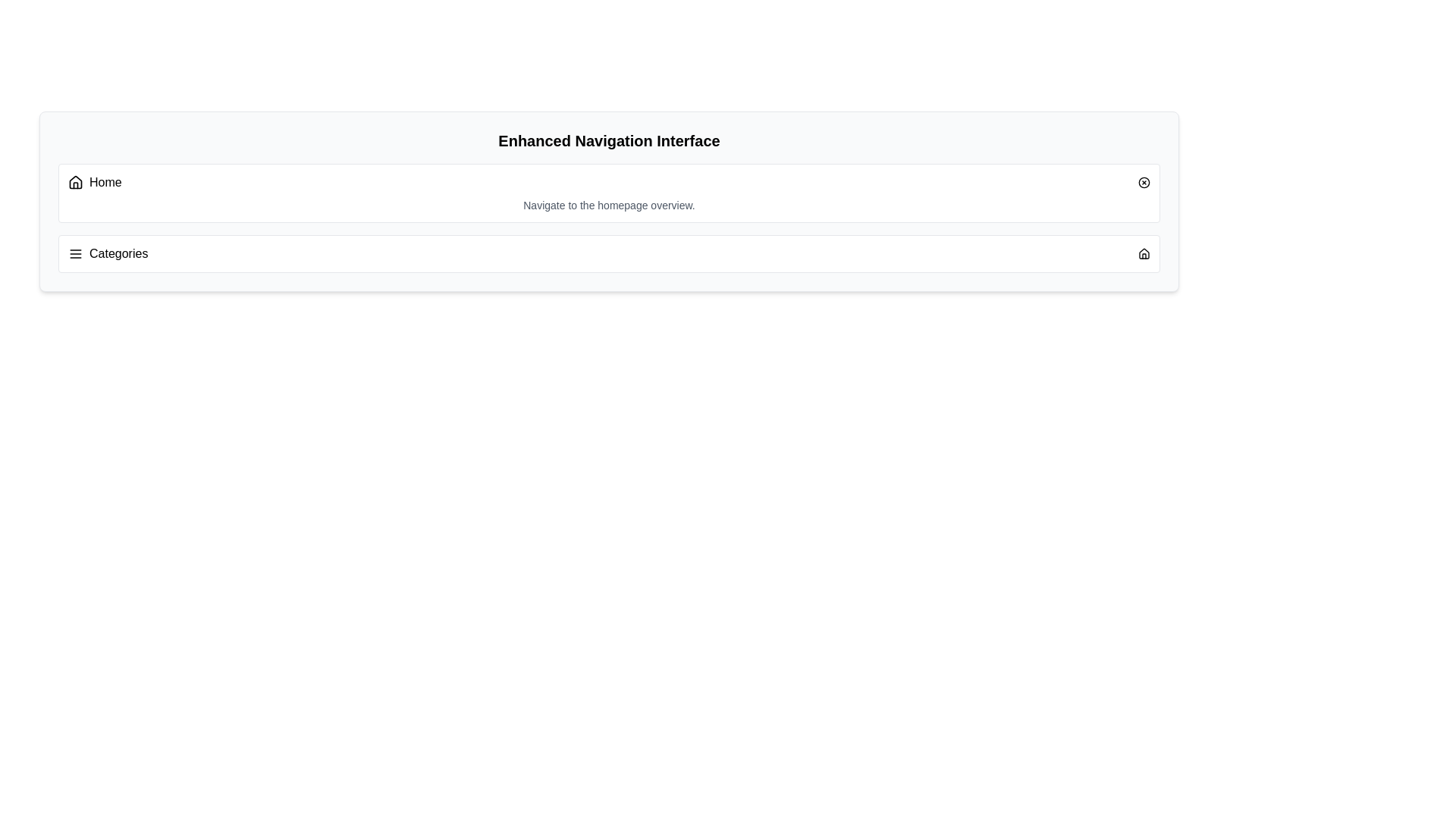 Image resolution: width=1456 pixels, height=819 pixels. What do you see at coordinates (609, 253) in the screenshot?
I see `the 'Categories' panel/button, which has a white background, rounded corners, and a border, located below the 'Home' panel` at bounding box center [609, 253].